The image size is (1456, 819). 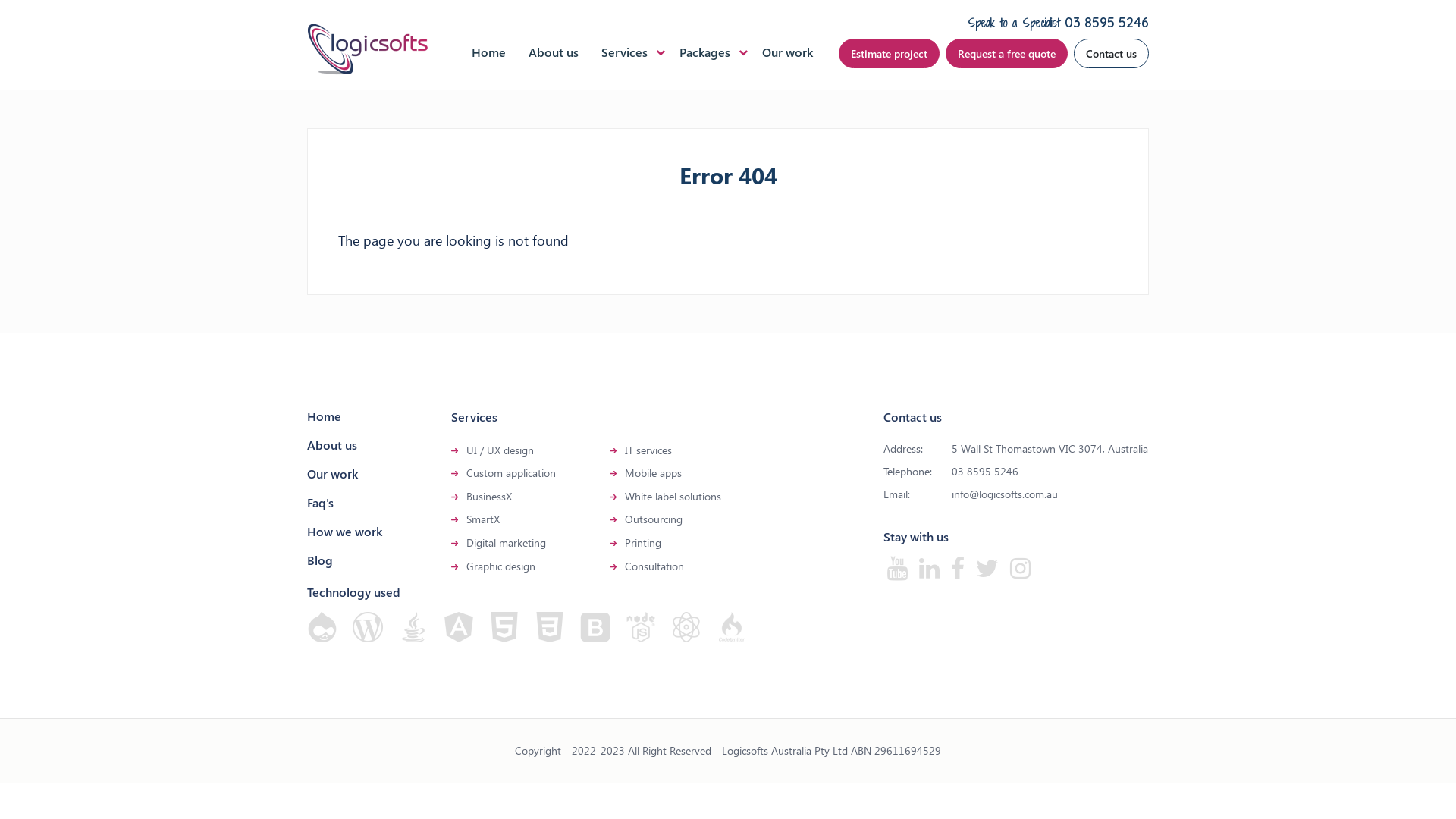 I want to click on 'Consultation', so click(x=654, y=566).